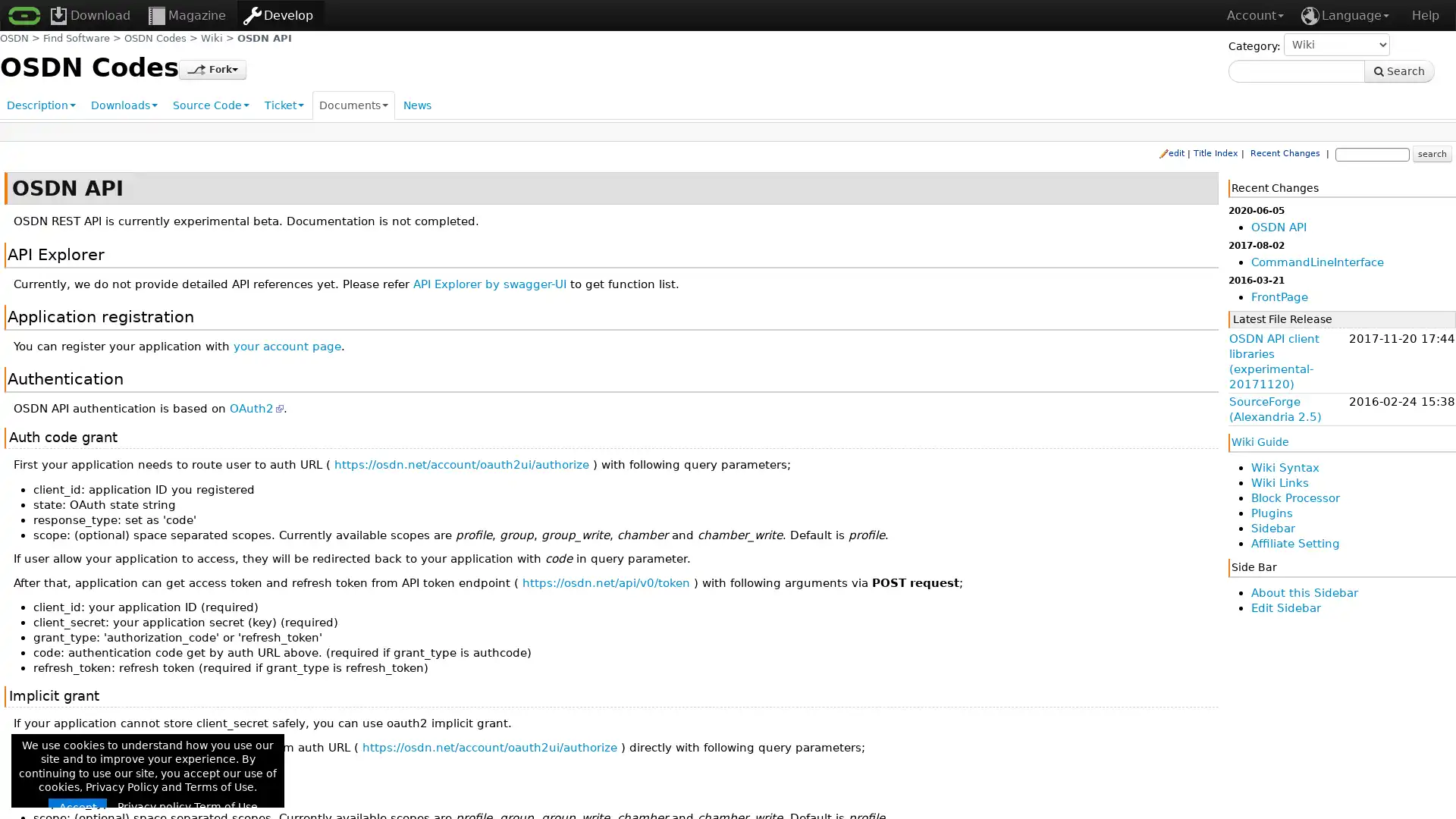  I want to click on search, so click(1430, 152).